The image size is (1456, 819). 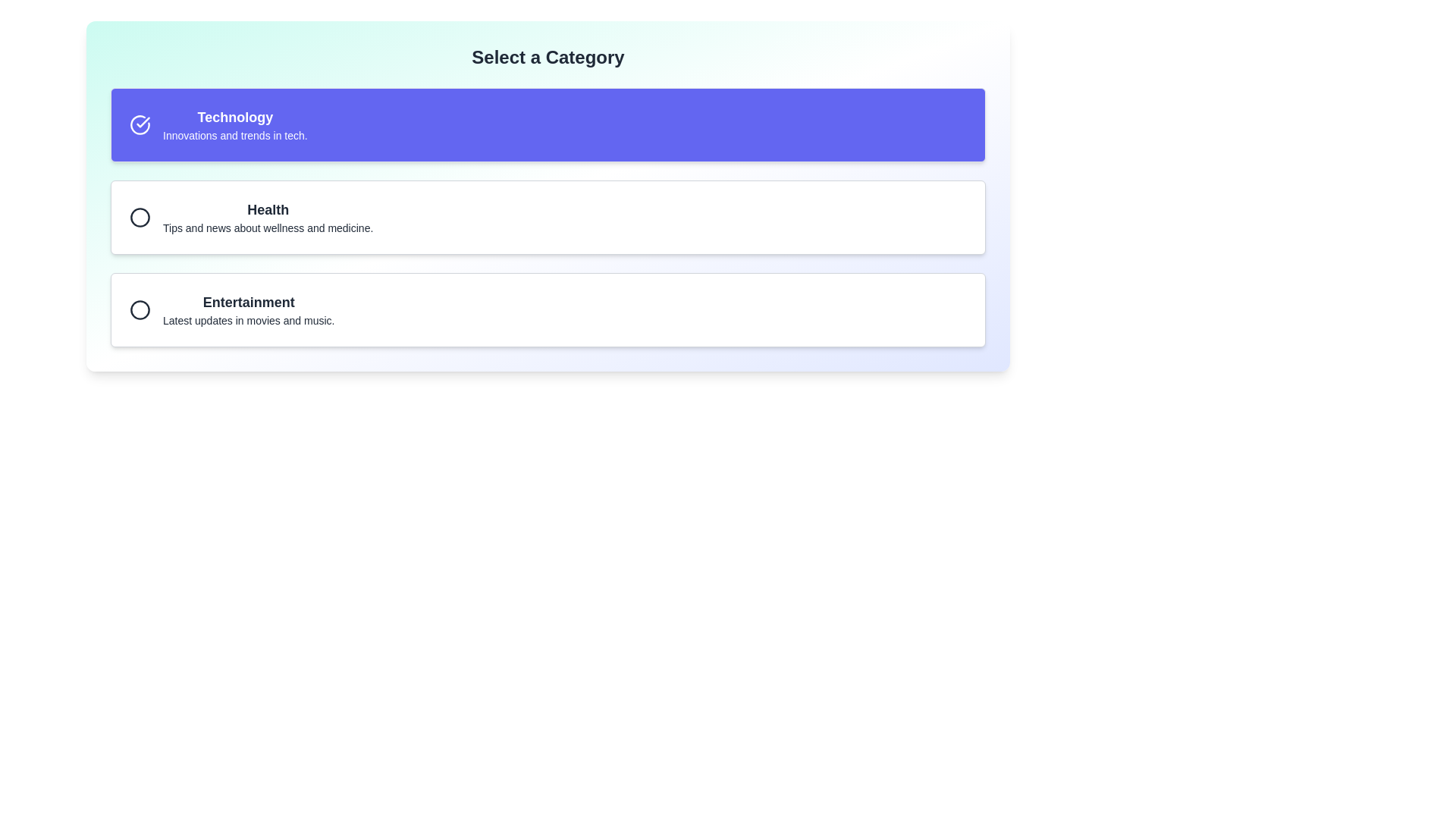 What do you see at coordinates (268, 217) in the screenshot?
I see `the 'Health' text field` at bounding box center [268, 217].